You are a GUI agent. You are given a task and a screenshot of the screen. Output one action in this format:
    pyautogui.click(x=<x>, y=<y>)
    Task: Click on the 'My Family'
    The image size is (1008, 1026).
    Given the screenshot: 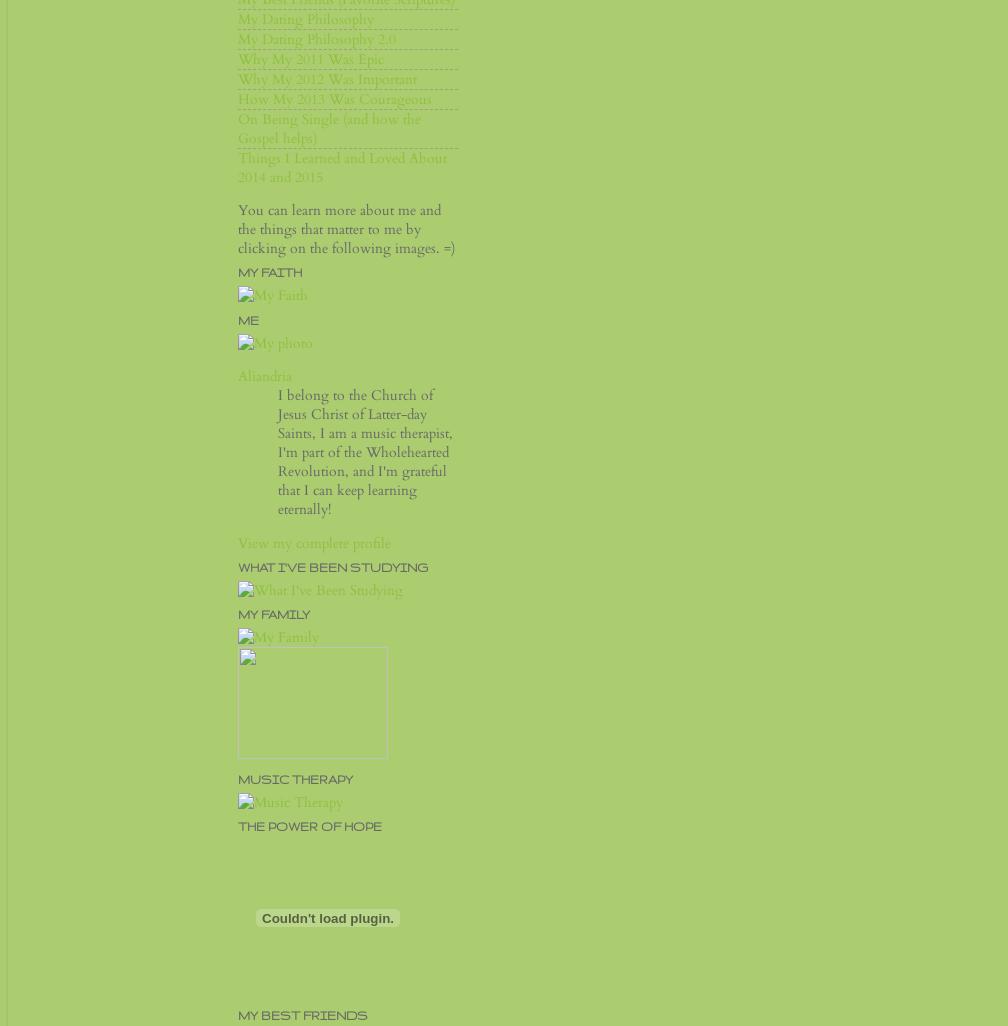 What is the action you would take?
    pyautogui.click(x=273, y=612)
    